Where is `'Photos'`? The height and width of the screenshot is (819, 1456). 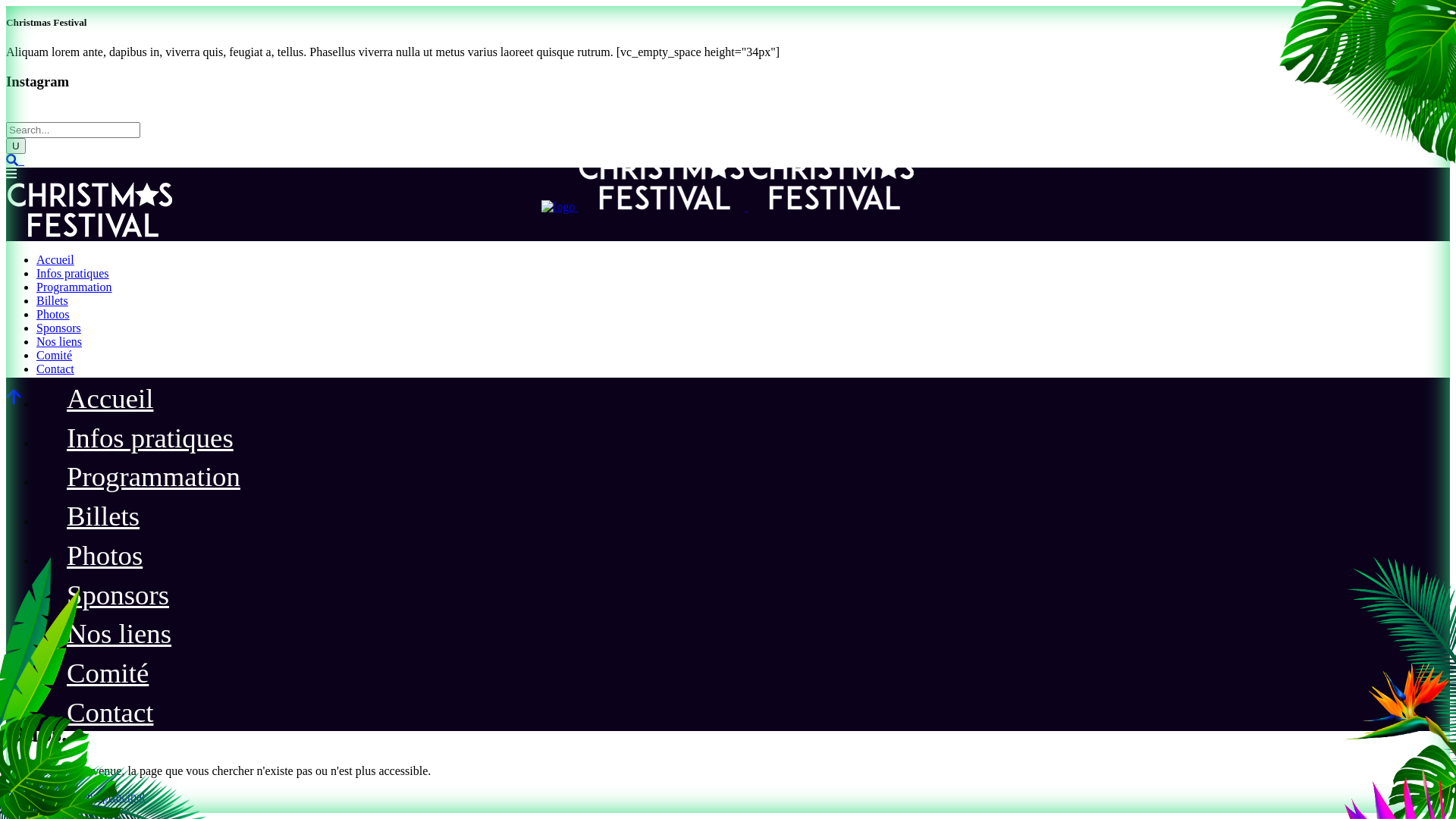 'Photos' is located at coordinates (104, 557).